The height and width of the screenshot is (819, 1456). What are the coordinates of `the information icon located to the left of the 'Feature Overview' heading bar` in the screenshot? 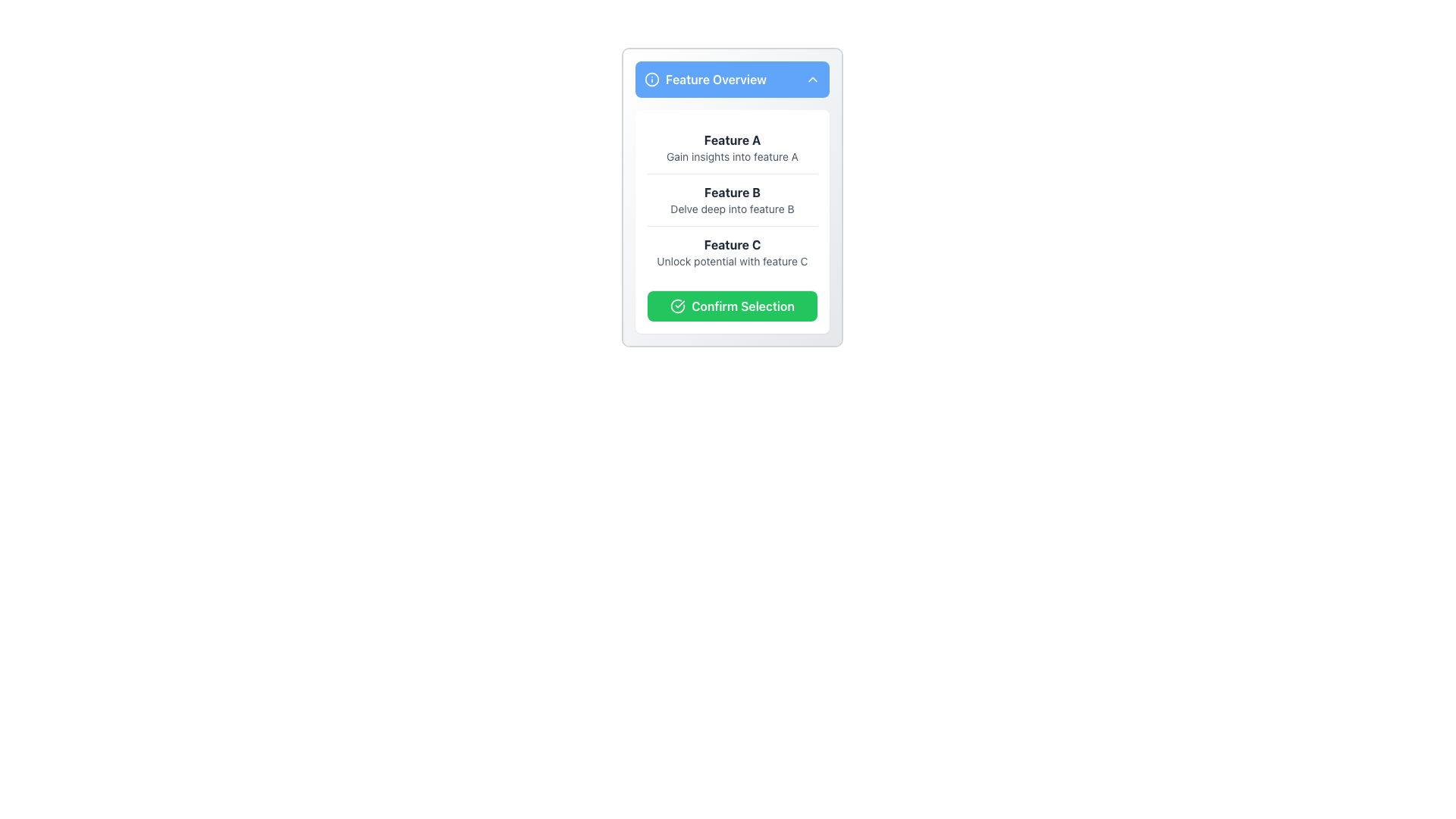 It's located at (651, 79).